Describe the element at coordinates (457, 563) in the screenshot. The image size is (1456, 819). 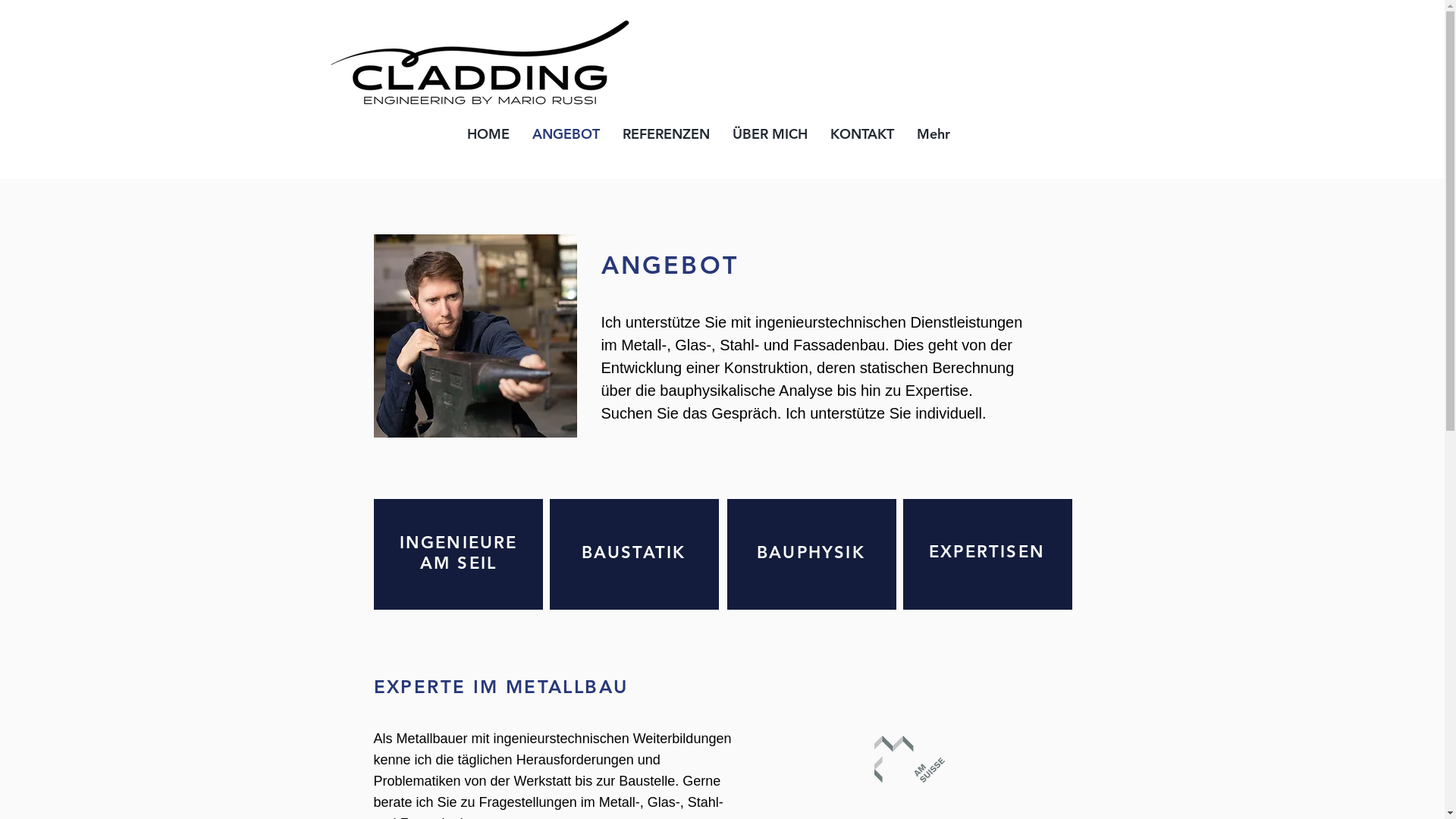
I see `'AM SEIL'` at that location.